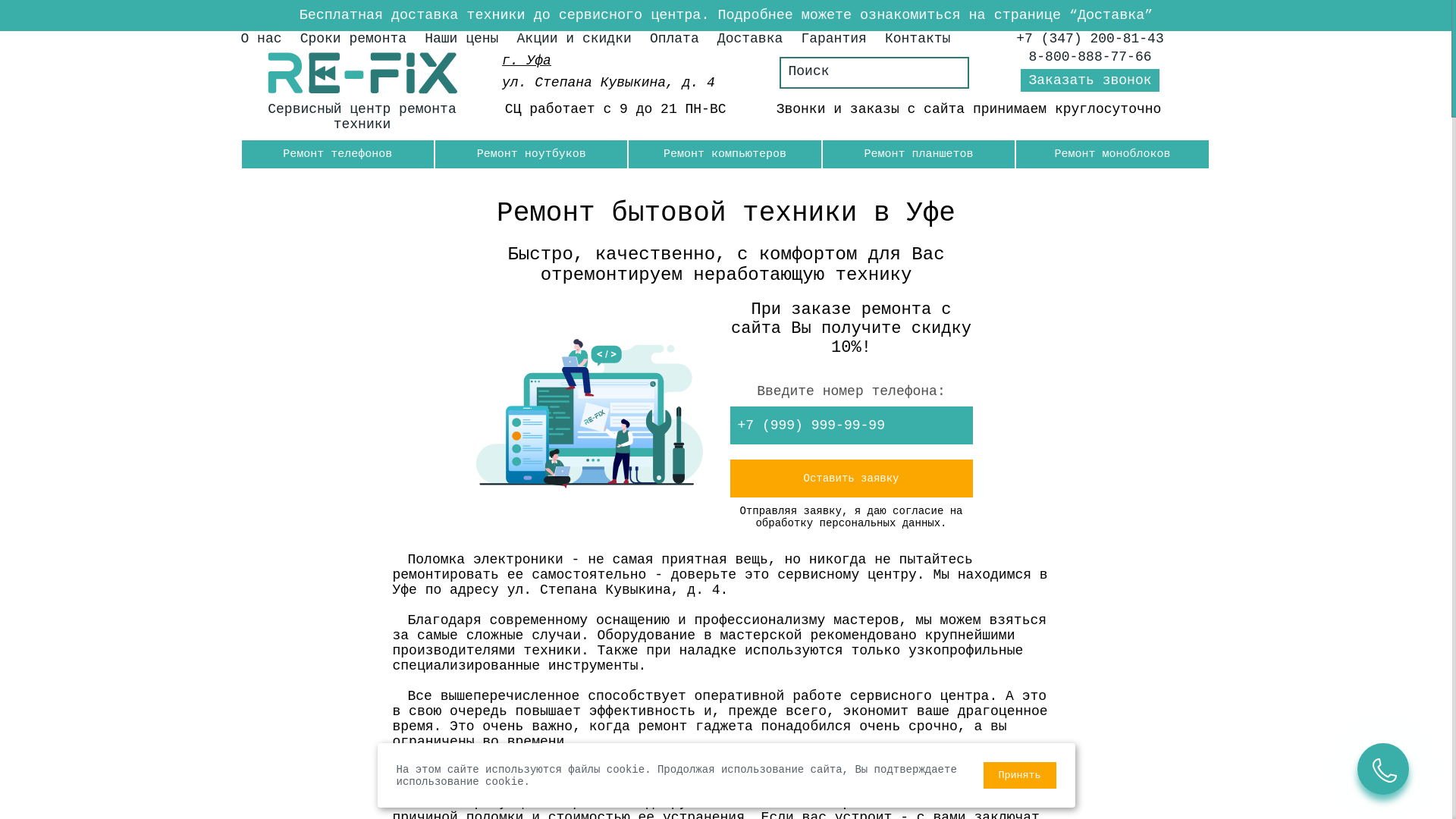 The image size is (1456, 819). Describe the element at coordinates (1015, 37) in the screenshot. I see `'+7 (347) 200-81-43'` at that location.